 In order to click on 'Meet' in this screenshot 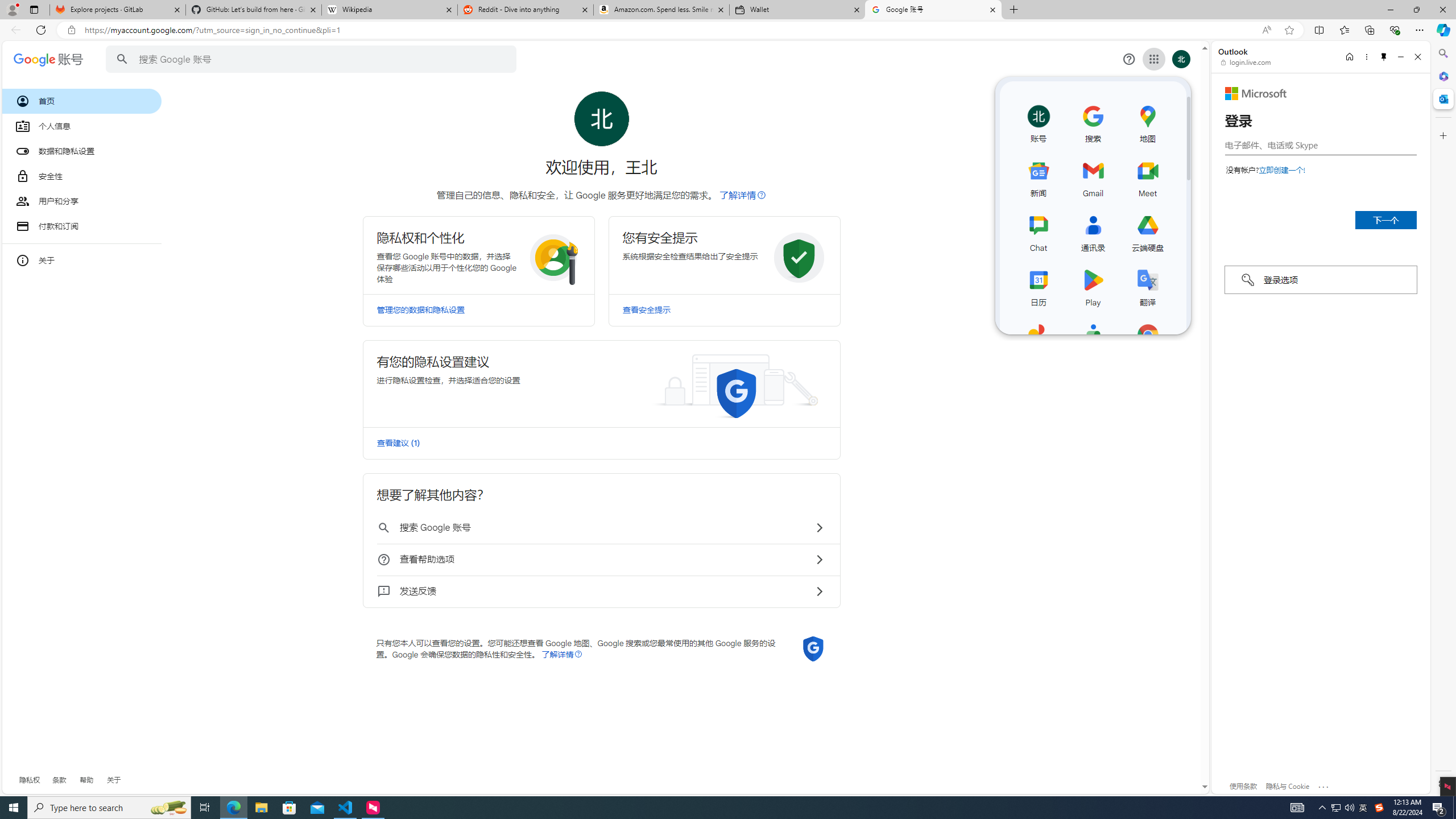, I will do `click(1147, 176)`.